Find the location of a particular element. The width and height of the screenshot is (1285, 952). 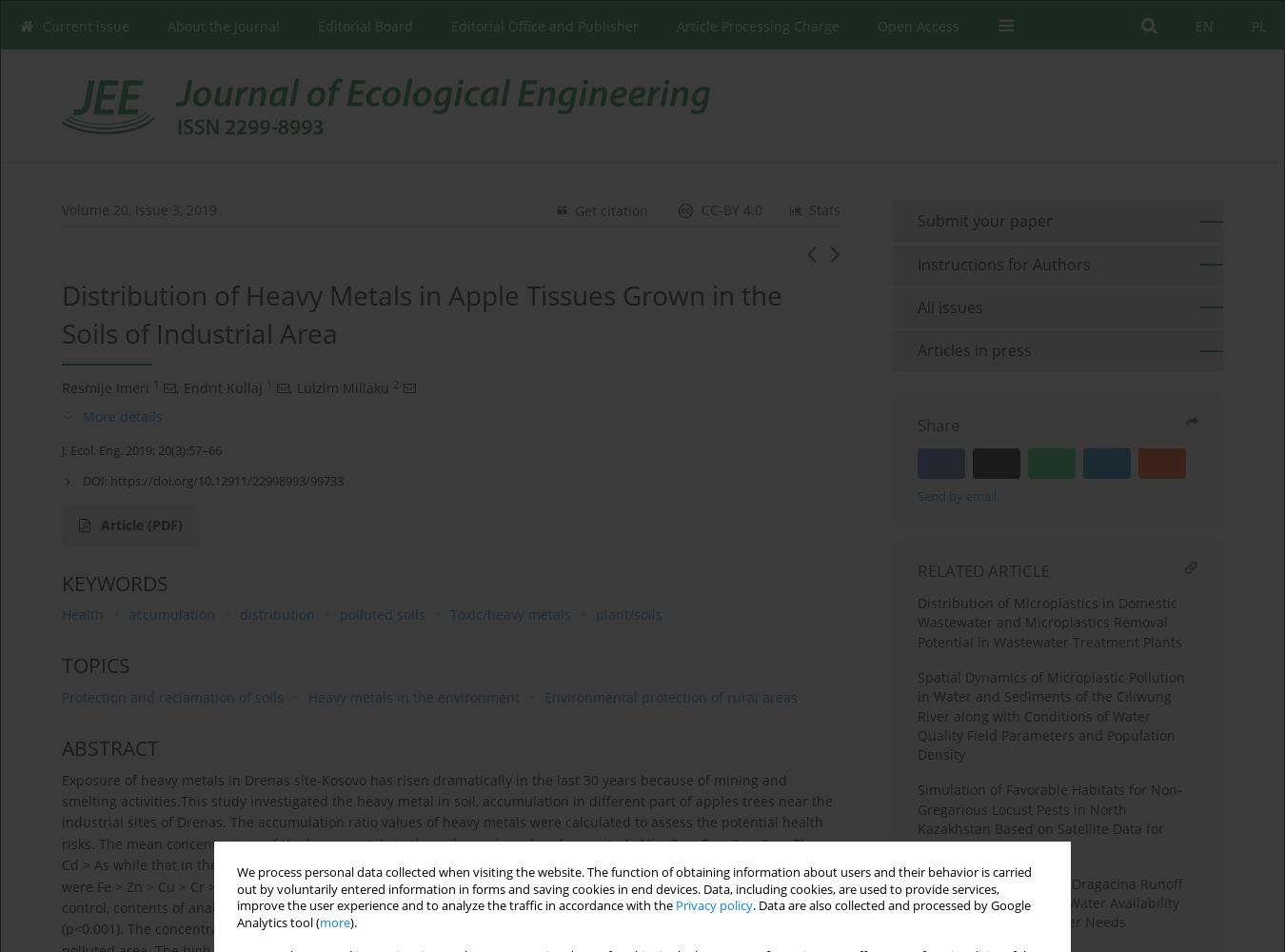

'We process personal data collected when visiting the website. The function of obtaining information about users and their behavior is carried out by voluntarily entered information in forms and saving cookies in end devices. Data, including cookies, are used to provide services, improve the user experience and to analyze the traffic in accordance with the' is located at coordinates (634, 889).